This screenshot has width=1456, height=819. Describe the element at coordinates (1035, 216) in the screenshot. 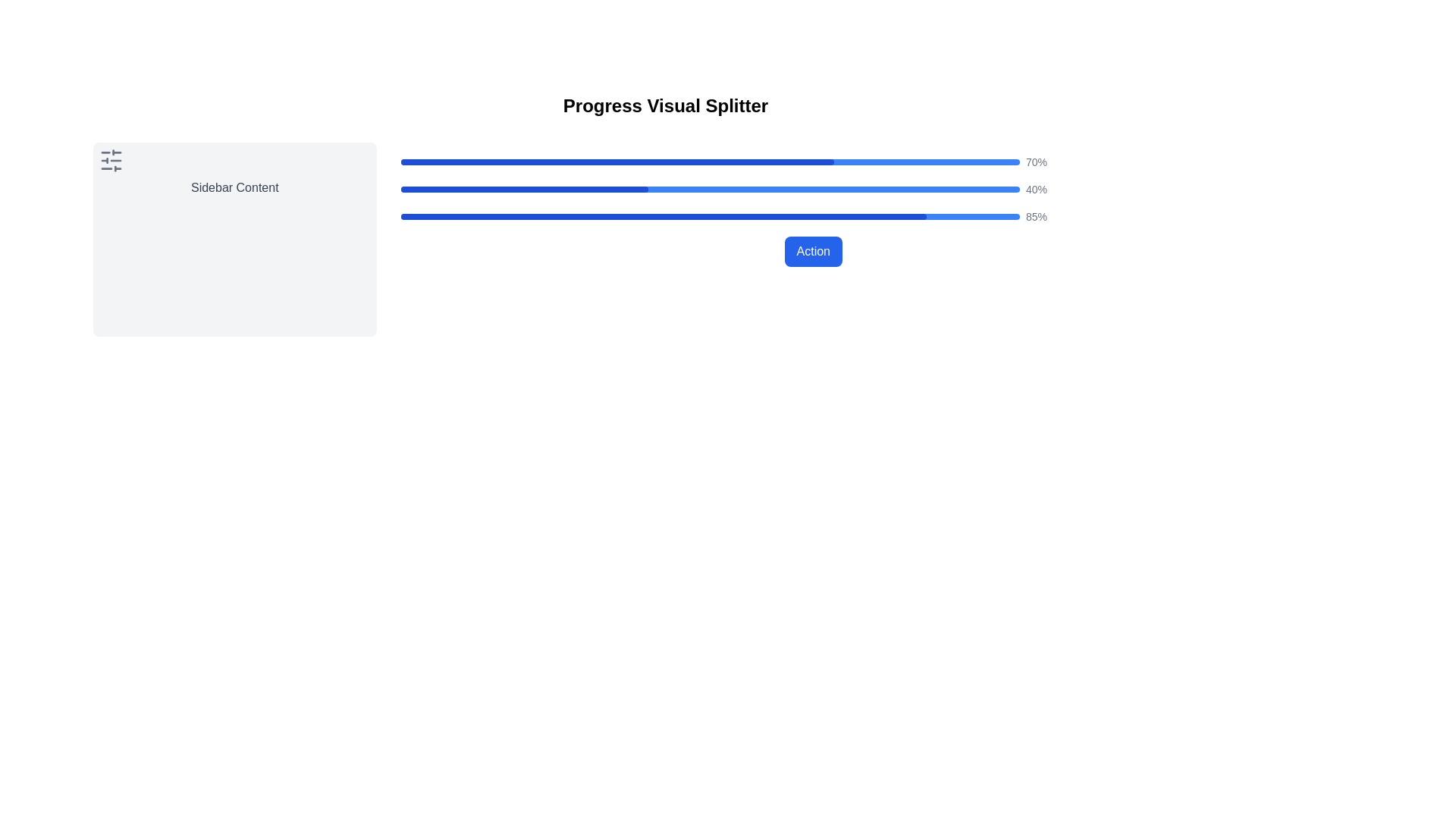

I see `the static text displaying '85%' which is located at the right end of the third progress bar from the top, aligned centrally with the bar` at that location.